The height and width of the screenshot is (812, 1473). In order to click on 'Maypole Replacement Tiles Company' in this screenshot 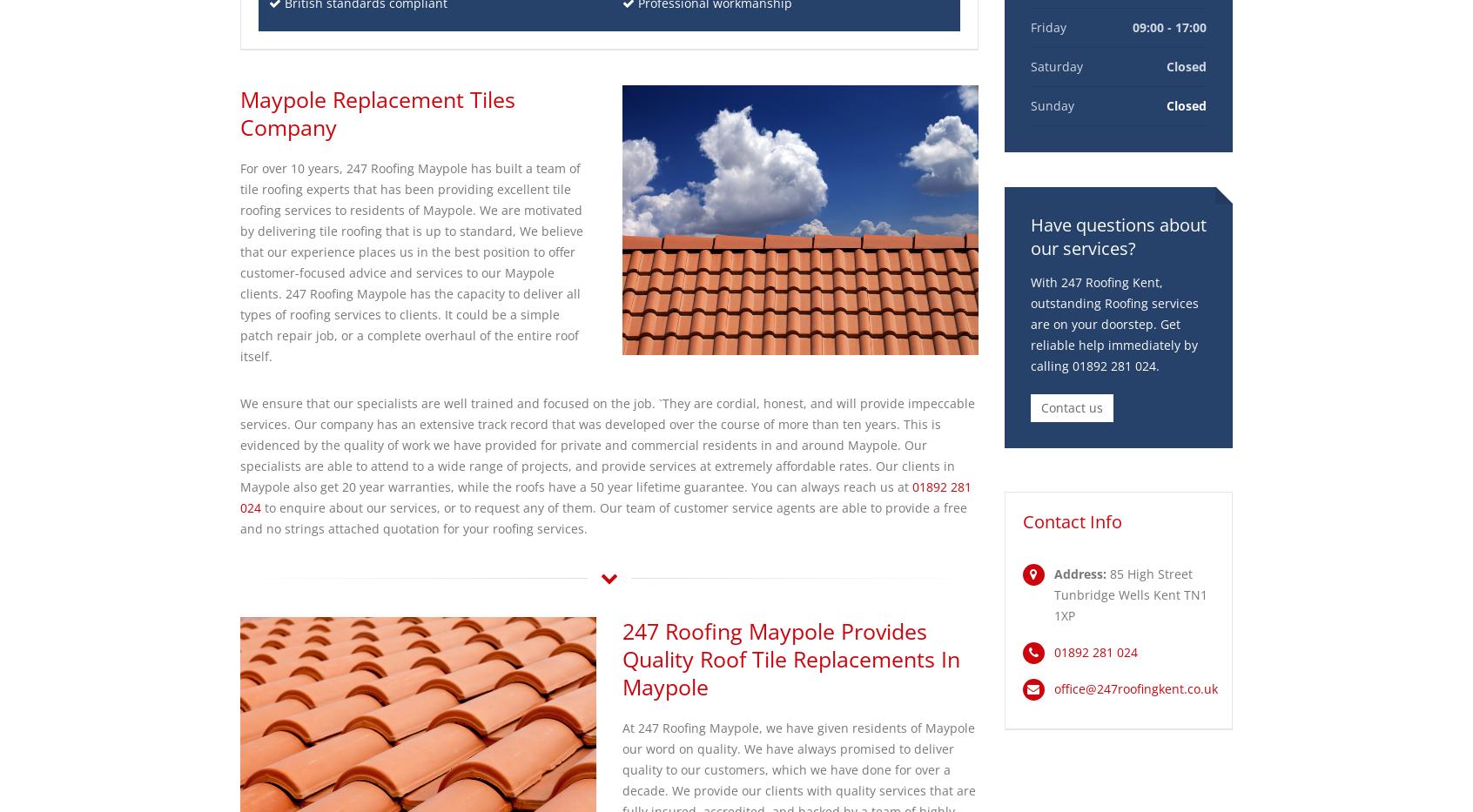, I will do `click(239, 111)`.